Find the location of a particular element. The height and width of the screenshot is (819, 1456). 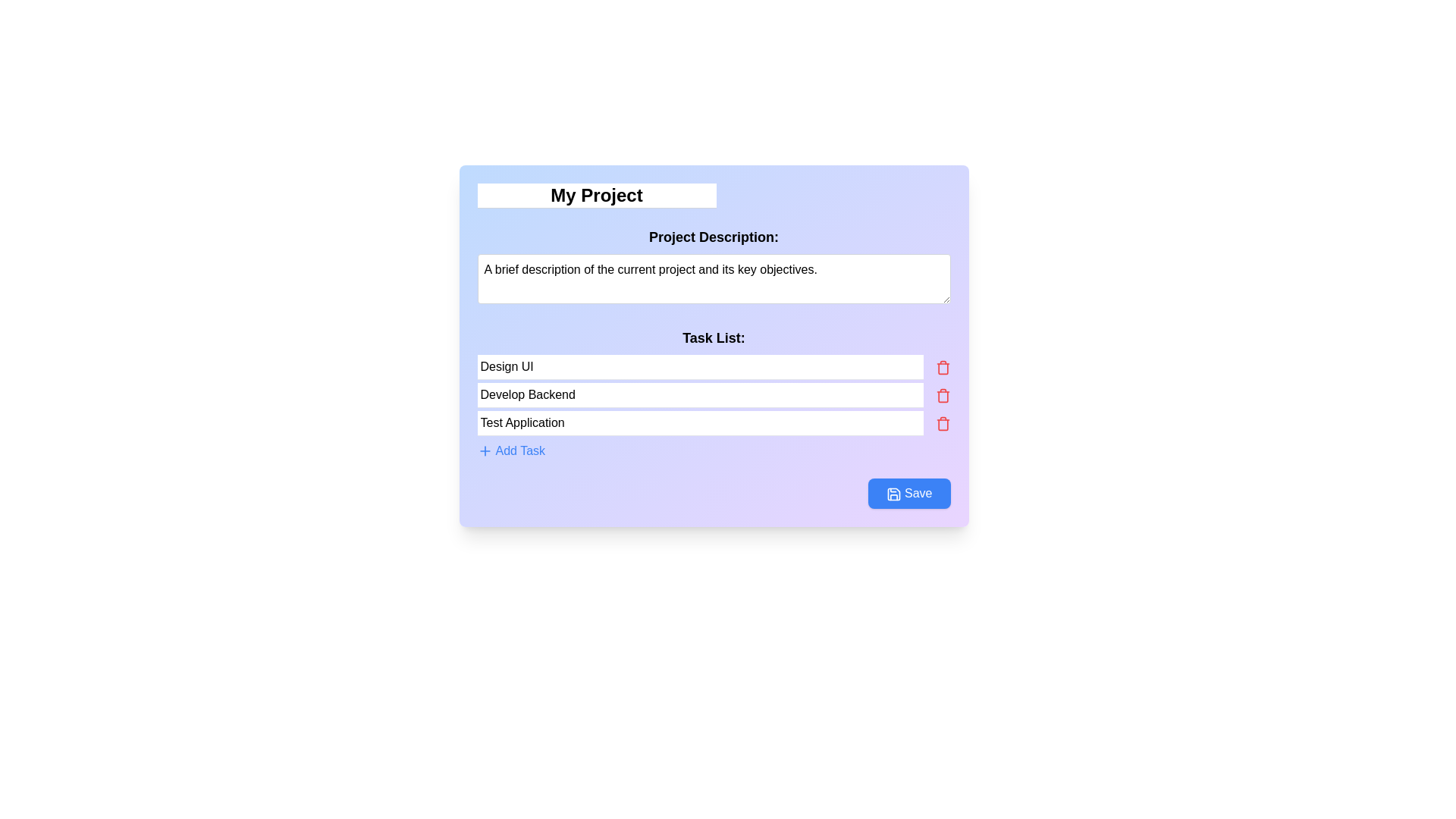

the delete button associated with the task entry 'Develop Backend' is located at coordinates (942, 394).